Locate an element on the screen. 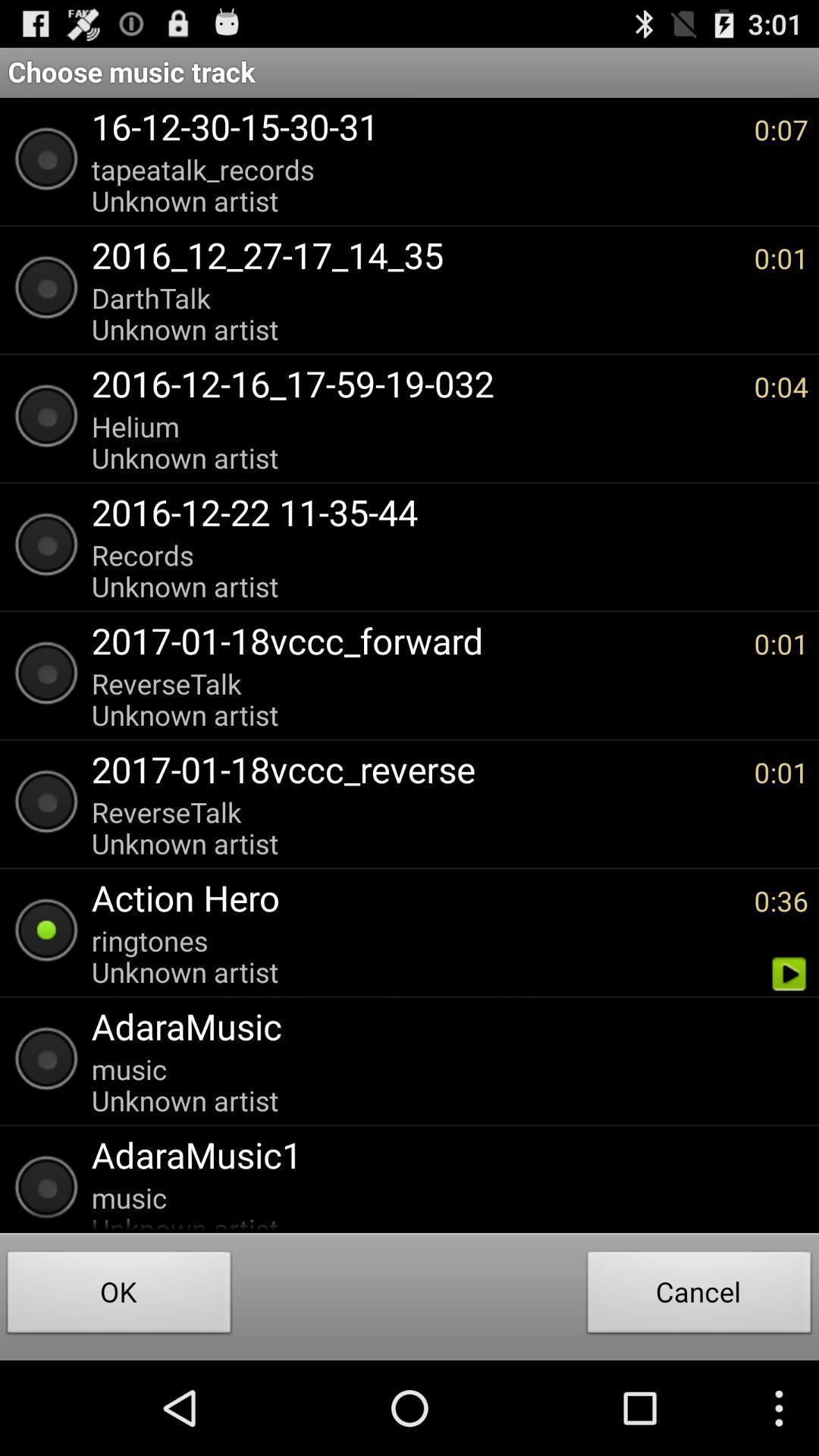 Image resolution: width=819 pixels, height=1456 pixels. the action hero app is located at coordinates (415, 897).